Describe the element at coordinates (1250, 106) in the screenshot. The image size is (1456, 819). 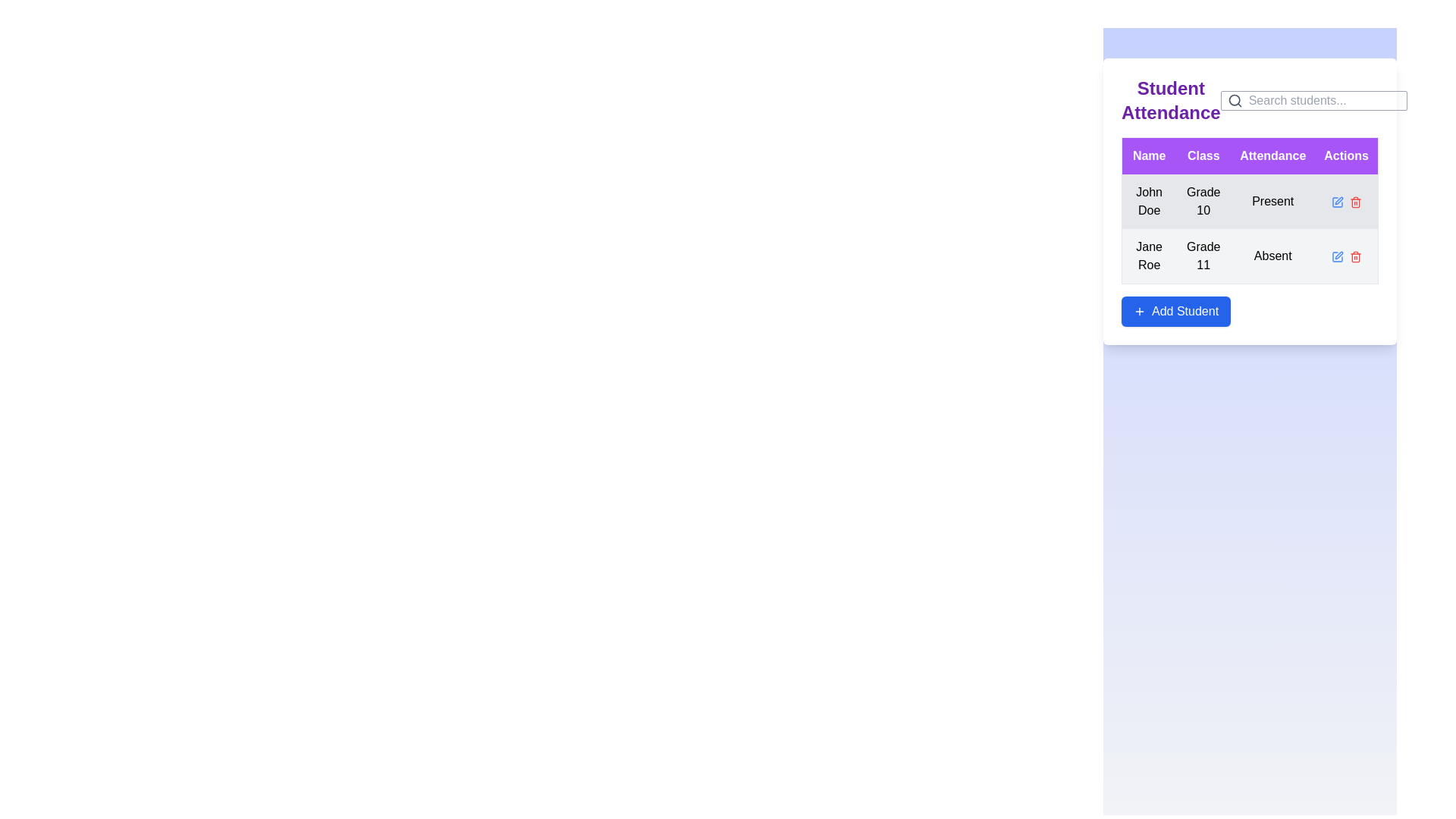
I see `the search bar in the 'Student Attendance' section to focus it` at that location.